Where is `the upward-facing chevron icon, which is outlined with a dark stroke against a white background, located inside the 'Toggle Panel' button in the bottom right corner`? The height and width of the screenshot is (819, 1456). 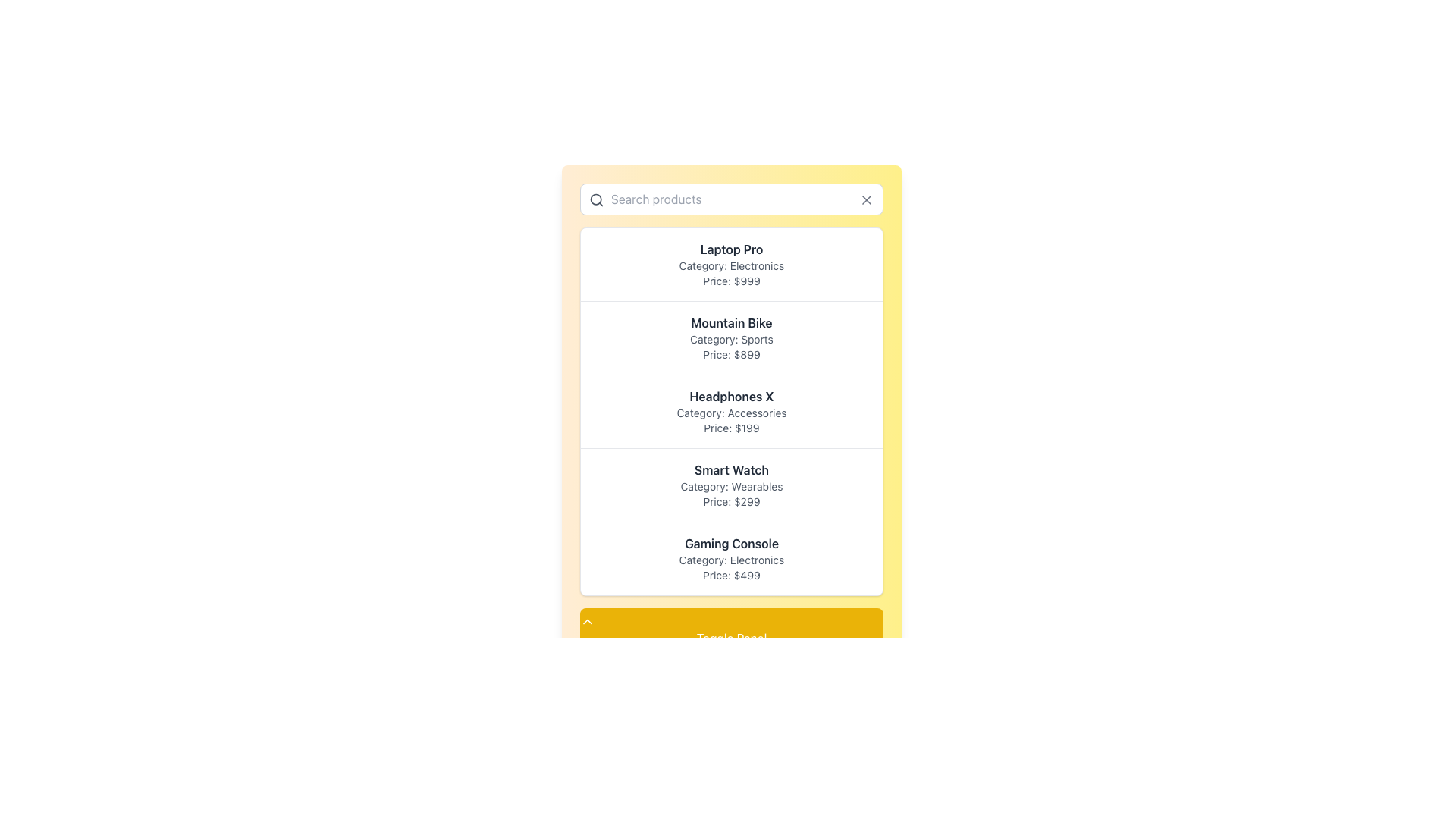
the upward-facing chevron icon, which is outlined with a dark stroke against a white background, located inside the 'Toggle Panel' button in the bottom right corner is located at coordinates (586, 622).